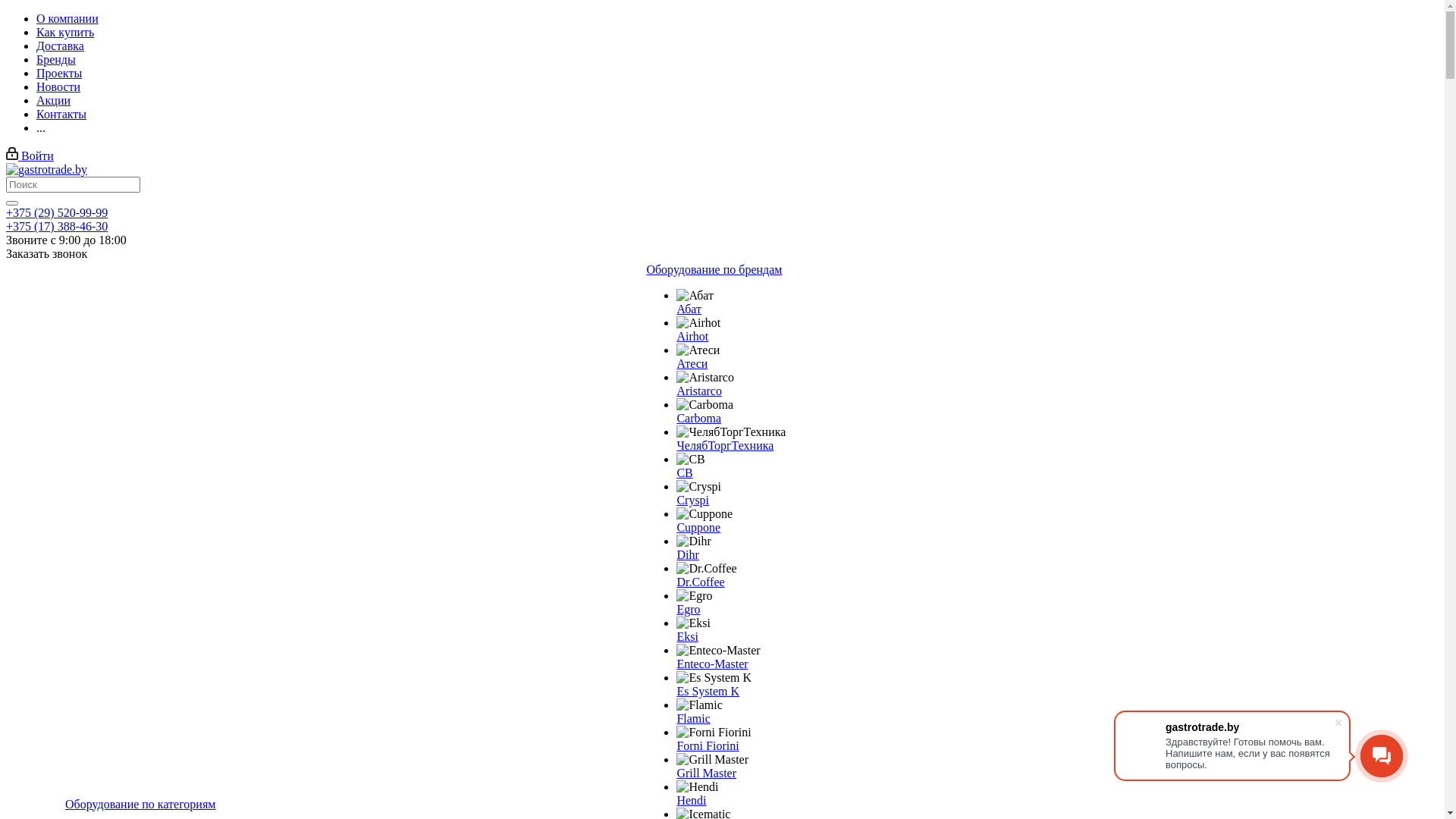 Image resolution: width=1456 pixels, height=819 pixels. What do you see at coordinates (699, 581) in the screenshot?
I see `'Dr.Coffee'` at bounding box center [699, 581].